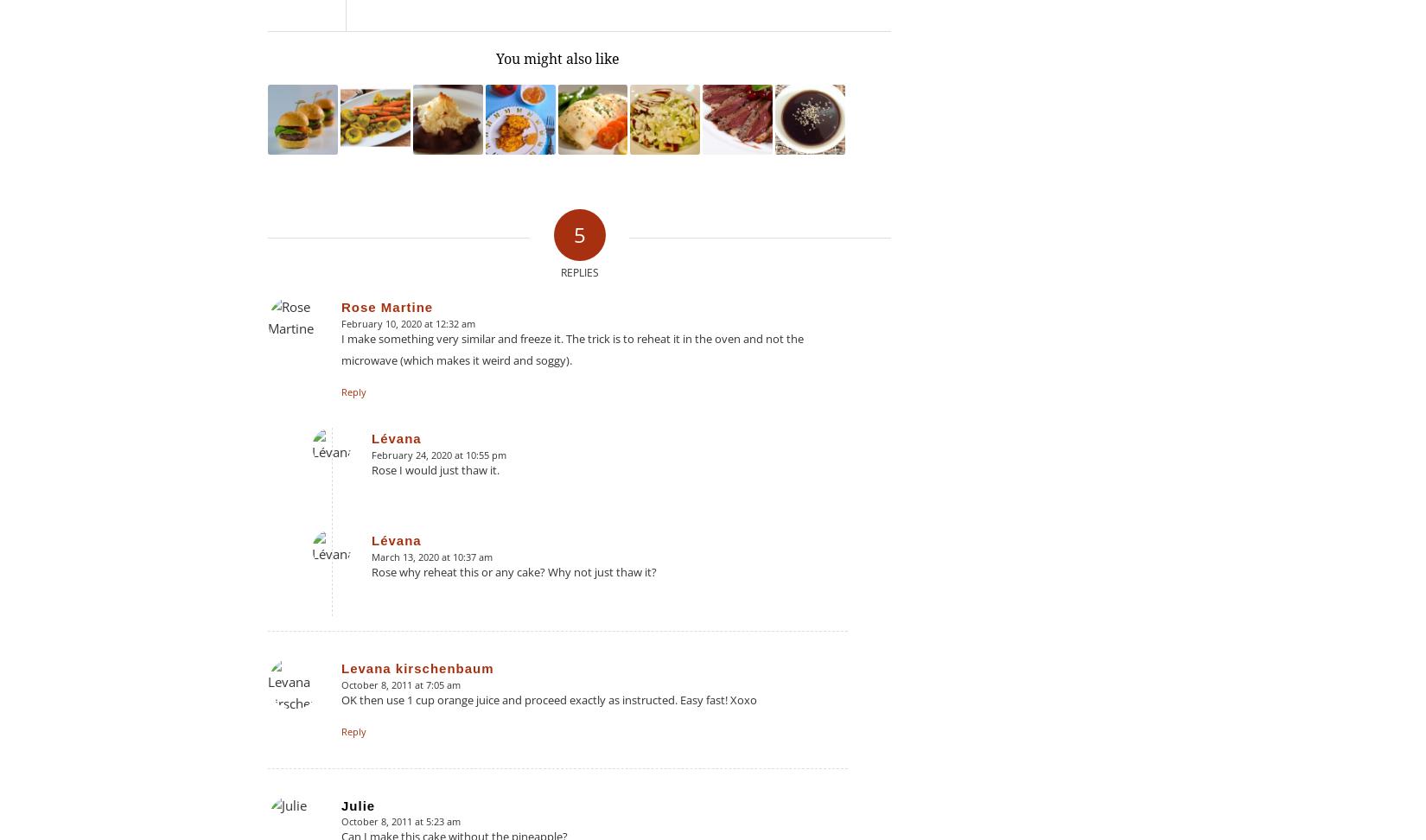 The width and height of the screenshot is (1426, 840). Describe the element at coordinates (435, 470) in the screenshot. I see `'Rose I would just thaw it.'` at that location.